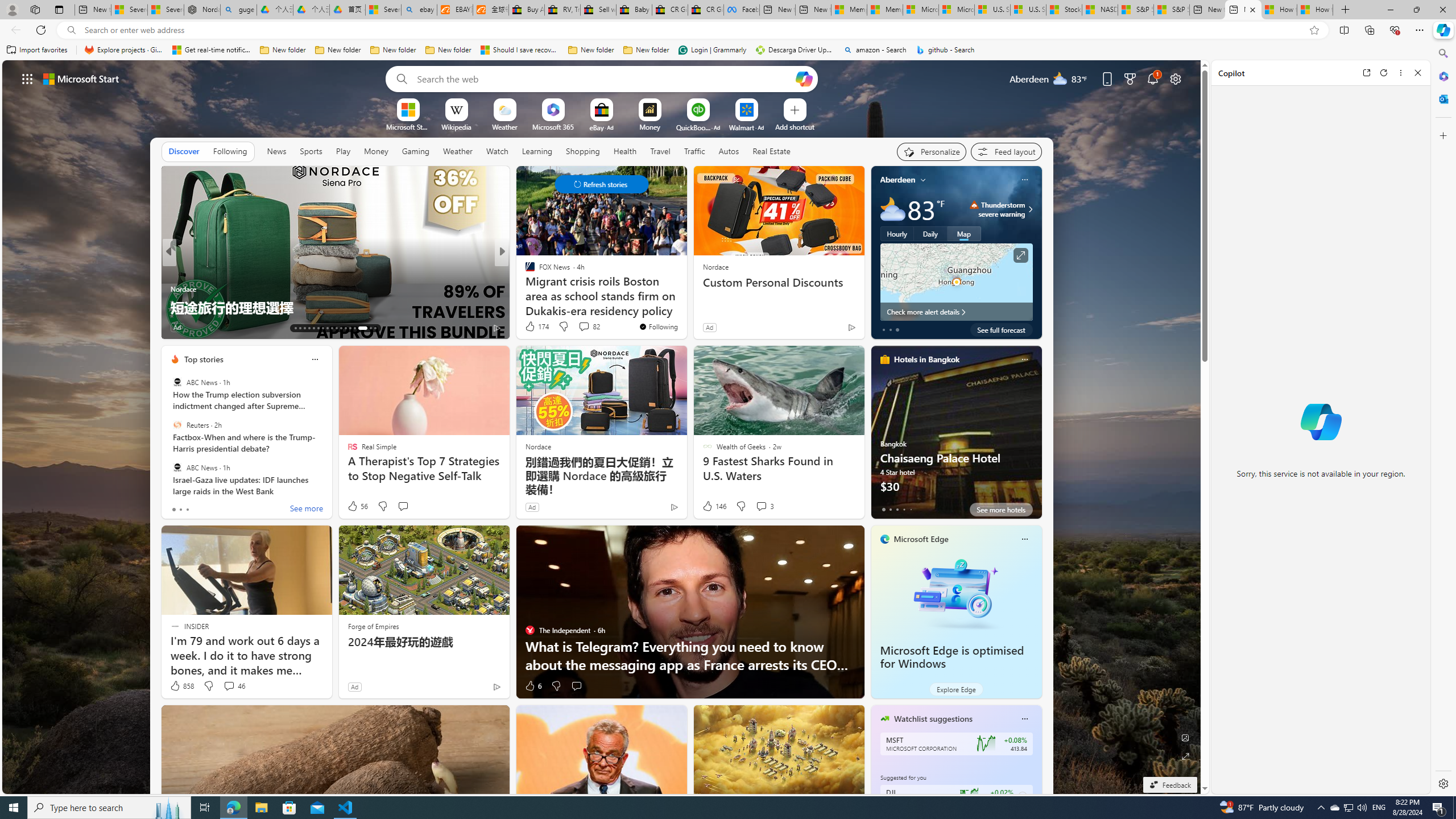 The image size is (1456, 819). What do you see at coordinates (562, 9) in the screenshot?
I see `'RV, Trailer & Camper Steps & Ladders for sale | eBay'` at bounding box center [562, 9].